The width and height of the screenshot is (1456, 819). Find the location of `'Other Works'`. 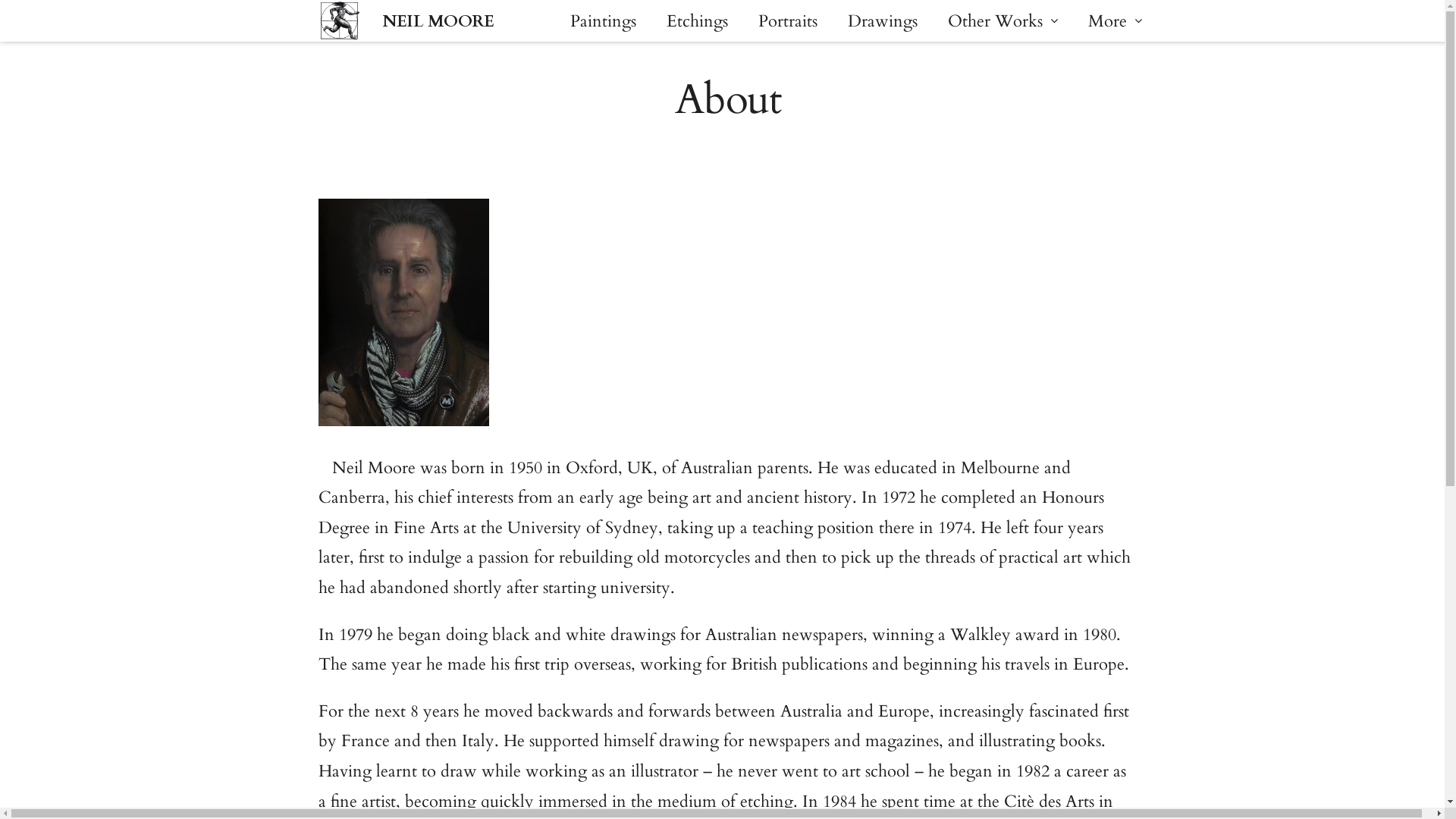

'Other Works' is located at coordinates (1003, 20).